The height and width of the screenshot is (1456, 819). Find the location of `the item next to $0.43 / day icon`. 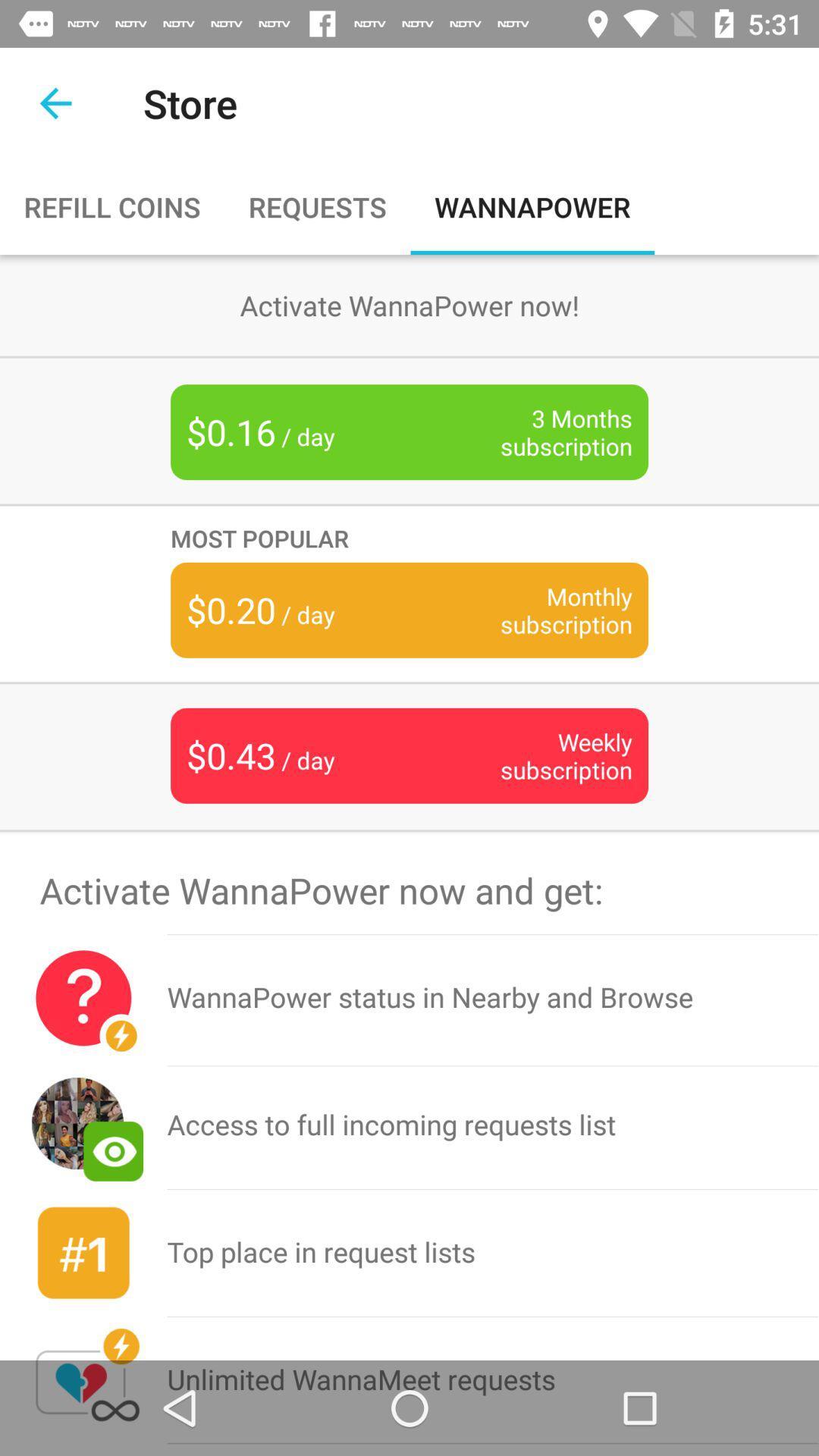

the item next to $0.43 / day icon is located at coordinates (542, 755).